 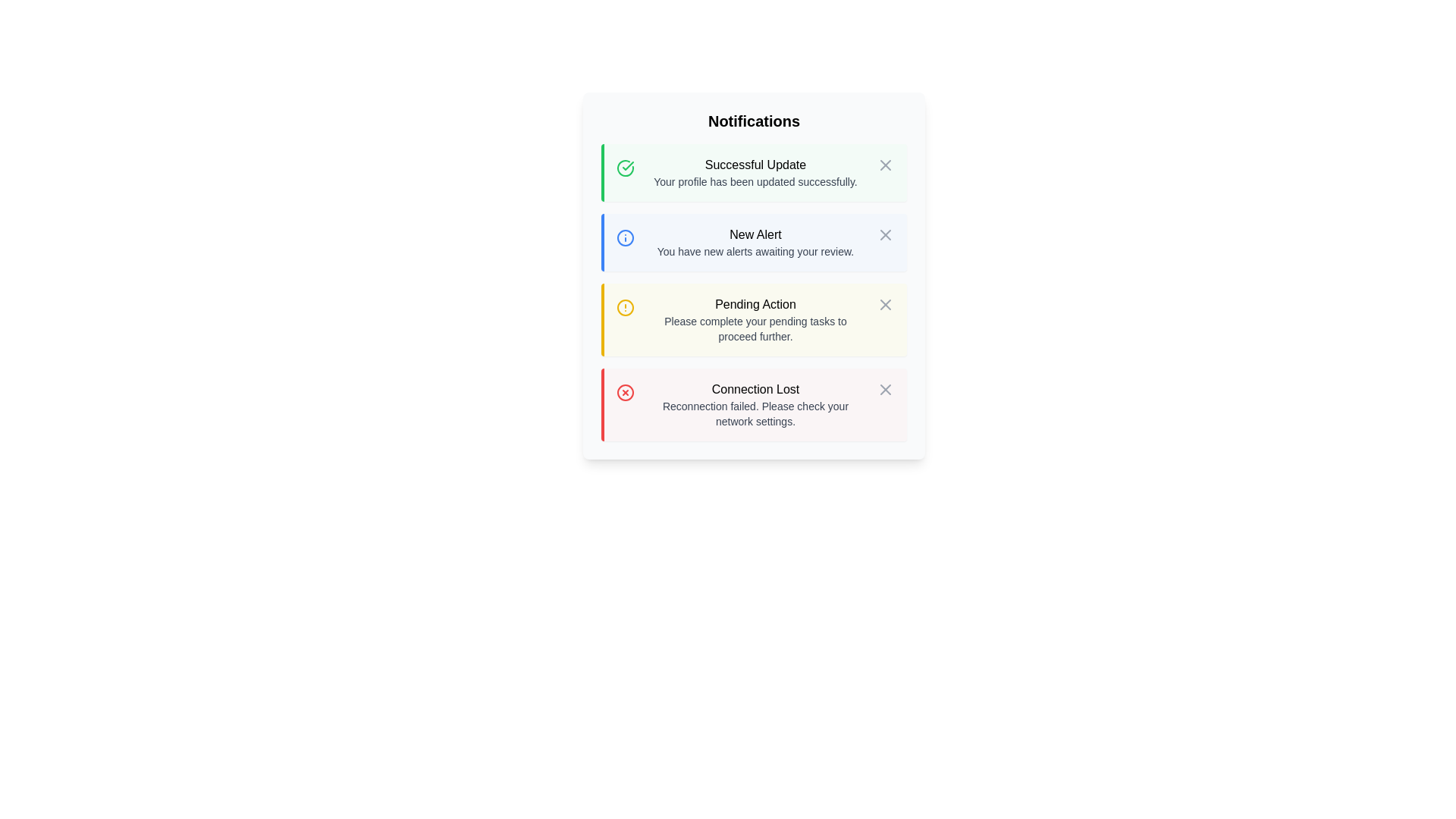 I want to click on the fourth textual notification block indicating a failure in reconnecting due to network issues, which is positioned below 'Pending Action' in the central dialog, so click(x=755, y=403).